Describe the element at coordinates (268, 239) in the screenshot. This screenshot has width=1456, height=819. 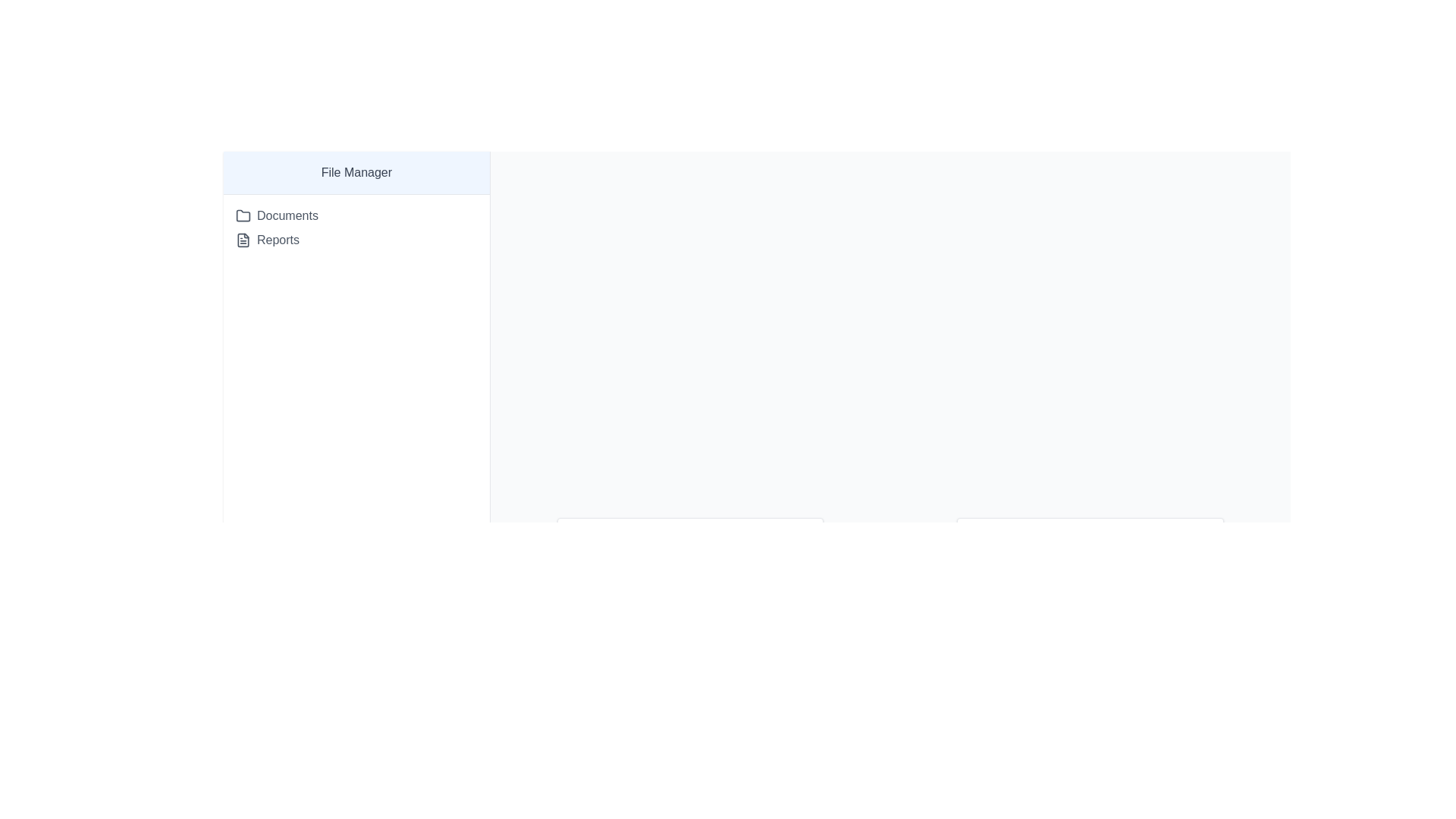
I see `the 'Reports' menu item, which is a horizontal arrangement consisting of a document icon followed by the word 'Reports' in dark gray that turns blue on hover, located under the 'Documents' folder icon in the left-hand side navigation menu` at that location.